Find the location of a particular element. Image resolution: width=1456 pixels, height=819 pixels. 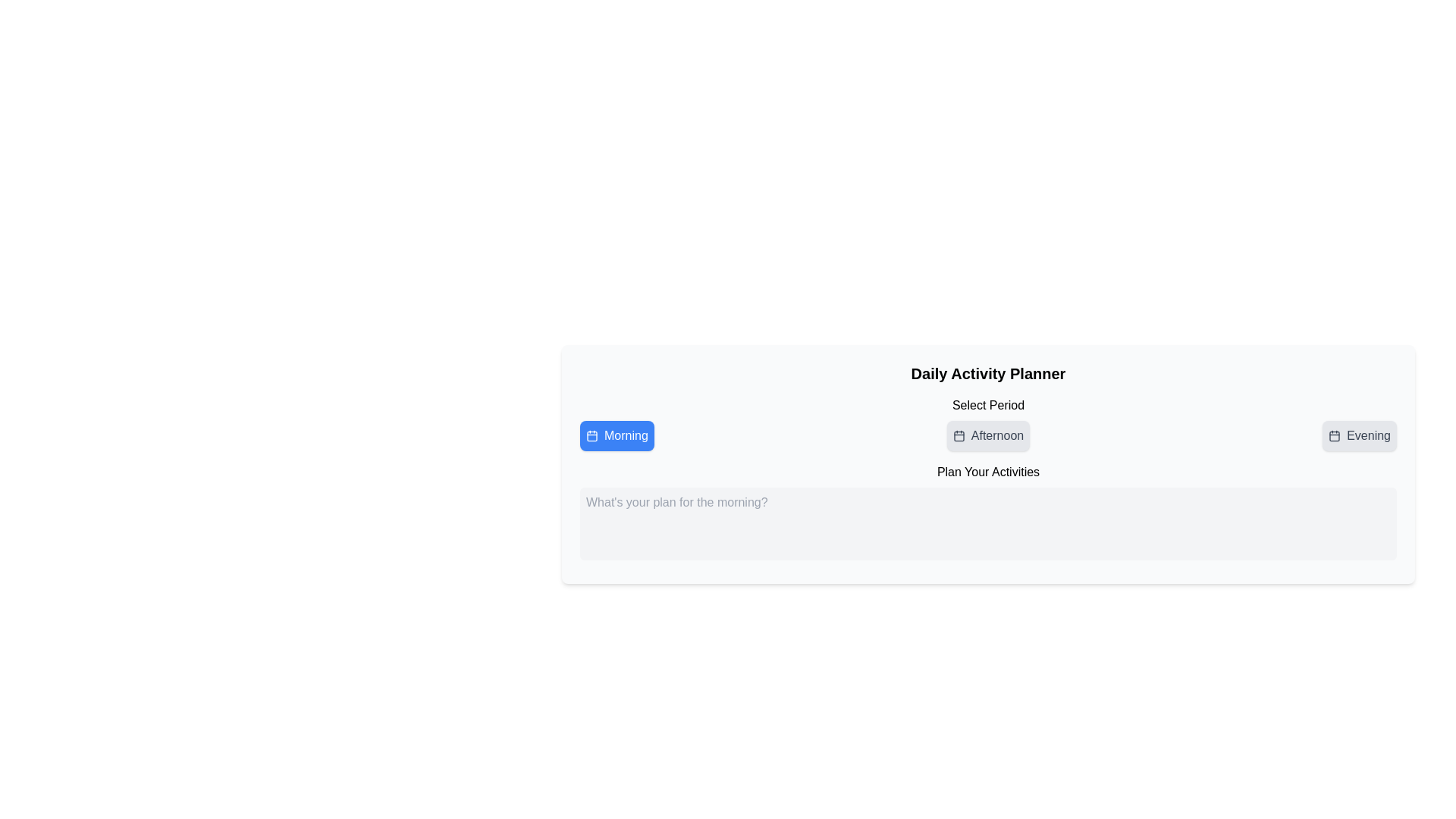

the 'Evening' button located below the 'Select Period' heading is located at coordinates (1360, 435).